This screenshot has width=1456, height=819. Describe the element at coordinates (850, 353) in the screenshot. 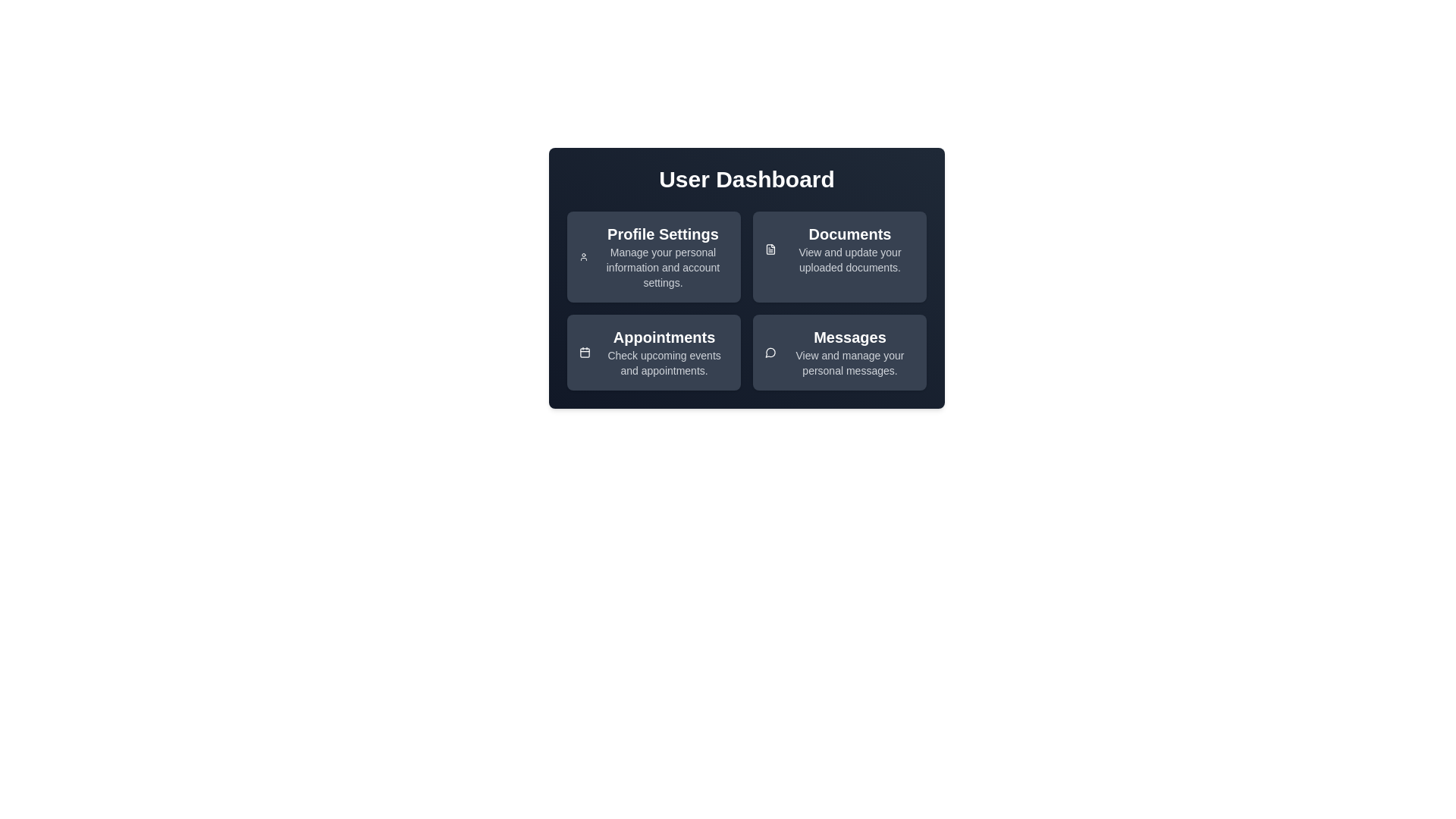

I see `the 'Messages' card to view and interact with your messages` at that location.